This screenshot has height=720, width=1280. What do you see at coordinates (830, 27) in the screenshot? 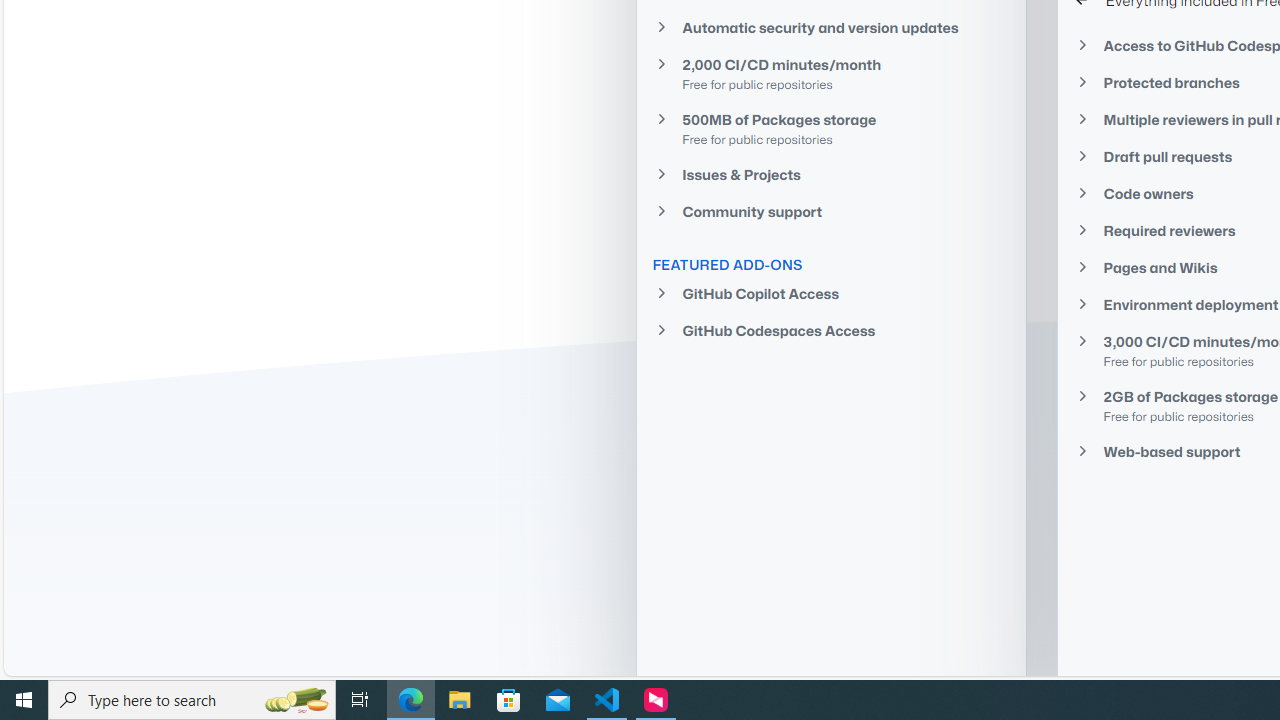
I see `'Automatic security and version updates'` at bounding box center [830, 27].